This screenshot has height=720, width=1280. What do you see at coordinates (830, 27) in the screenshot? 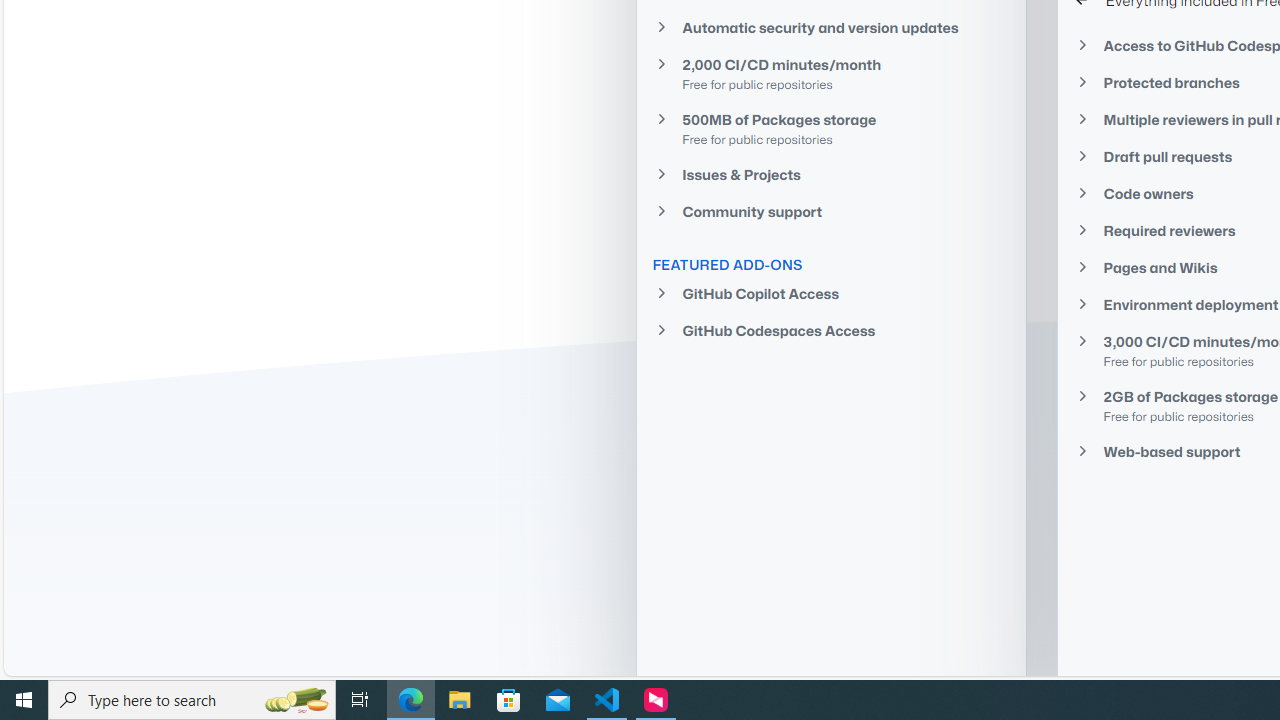
I see `'Automatic security and version updates'` at bounding box center [830, 27].